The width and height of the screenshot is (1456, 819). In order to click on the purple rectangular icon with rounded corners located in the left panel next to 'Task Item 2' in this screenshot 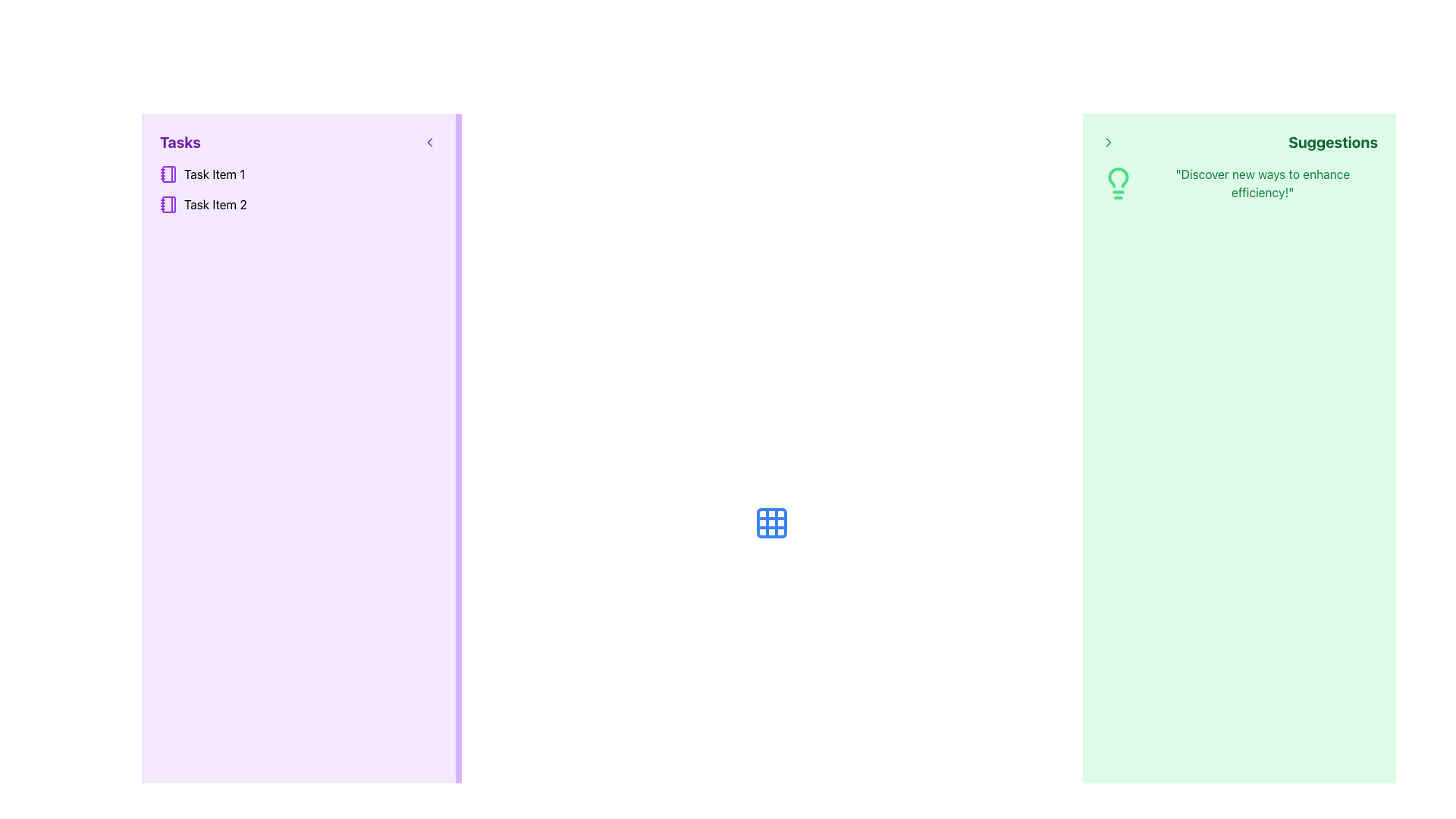, I will do `click(168, 205)`.